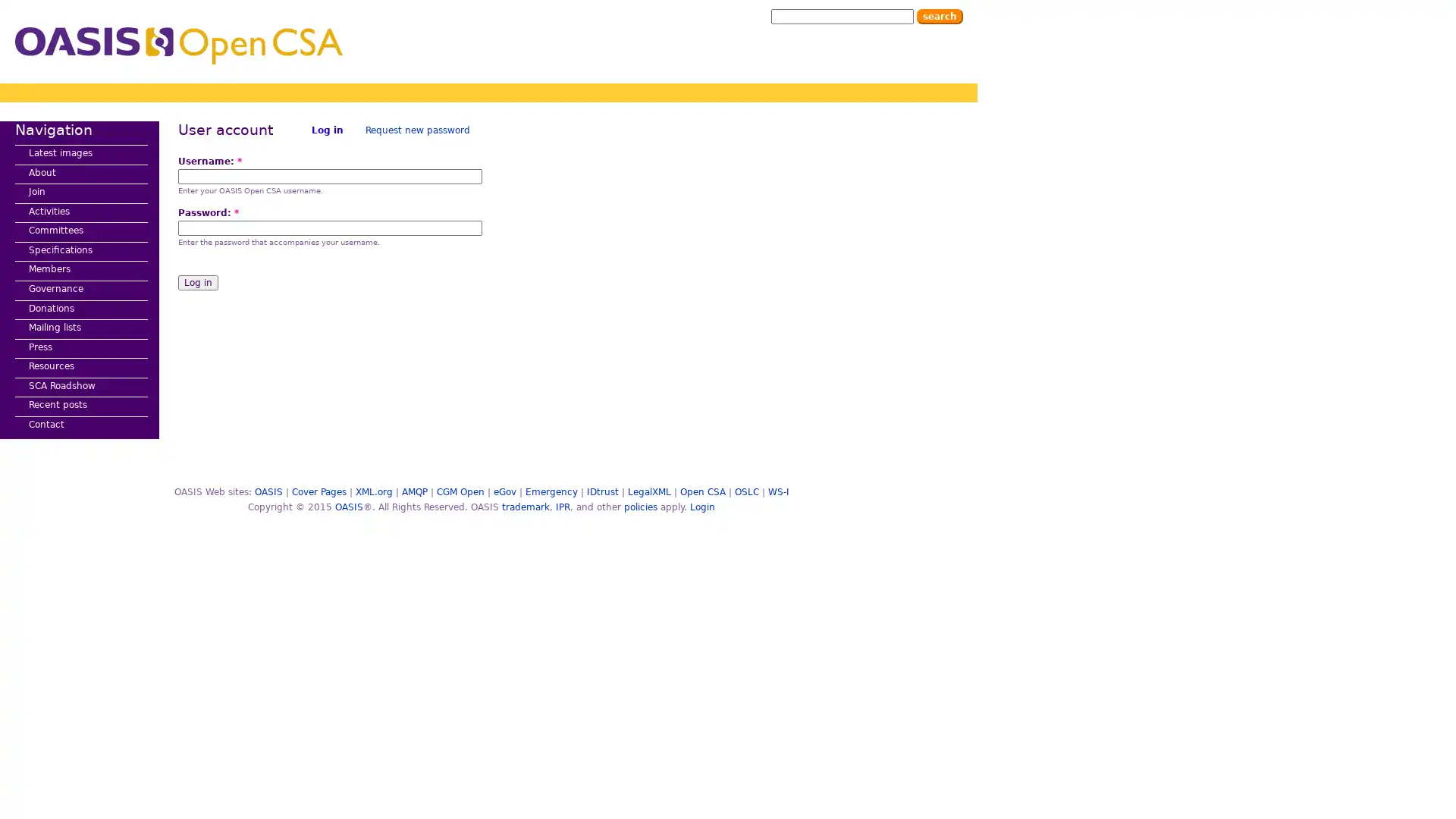  What do you see at coordinates (939, 17) in the screenshot?
I see `Search` at bounding box center [939, 17].